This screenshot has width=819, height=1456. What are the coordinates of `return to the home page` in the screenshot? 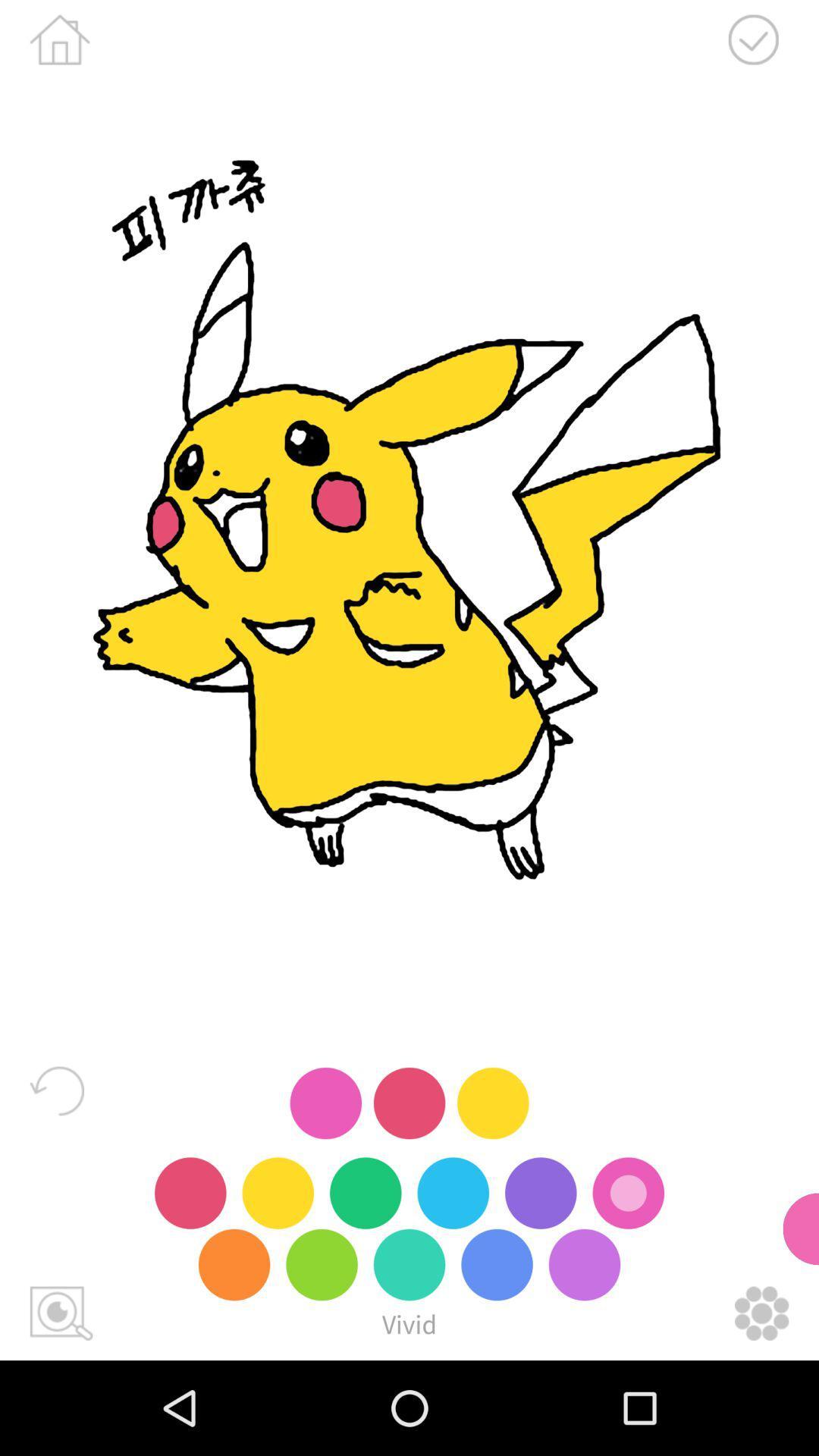 It's located at (59, 39).